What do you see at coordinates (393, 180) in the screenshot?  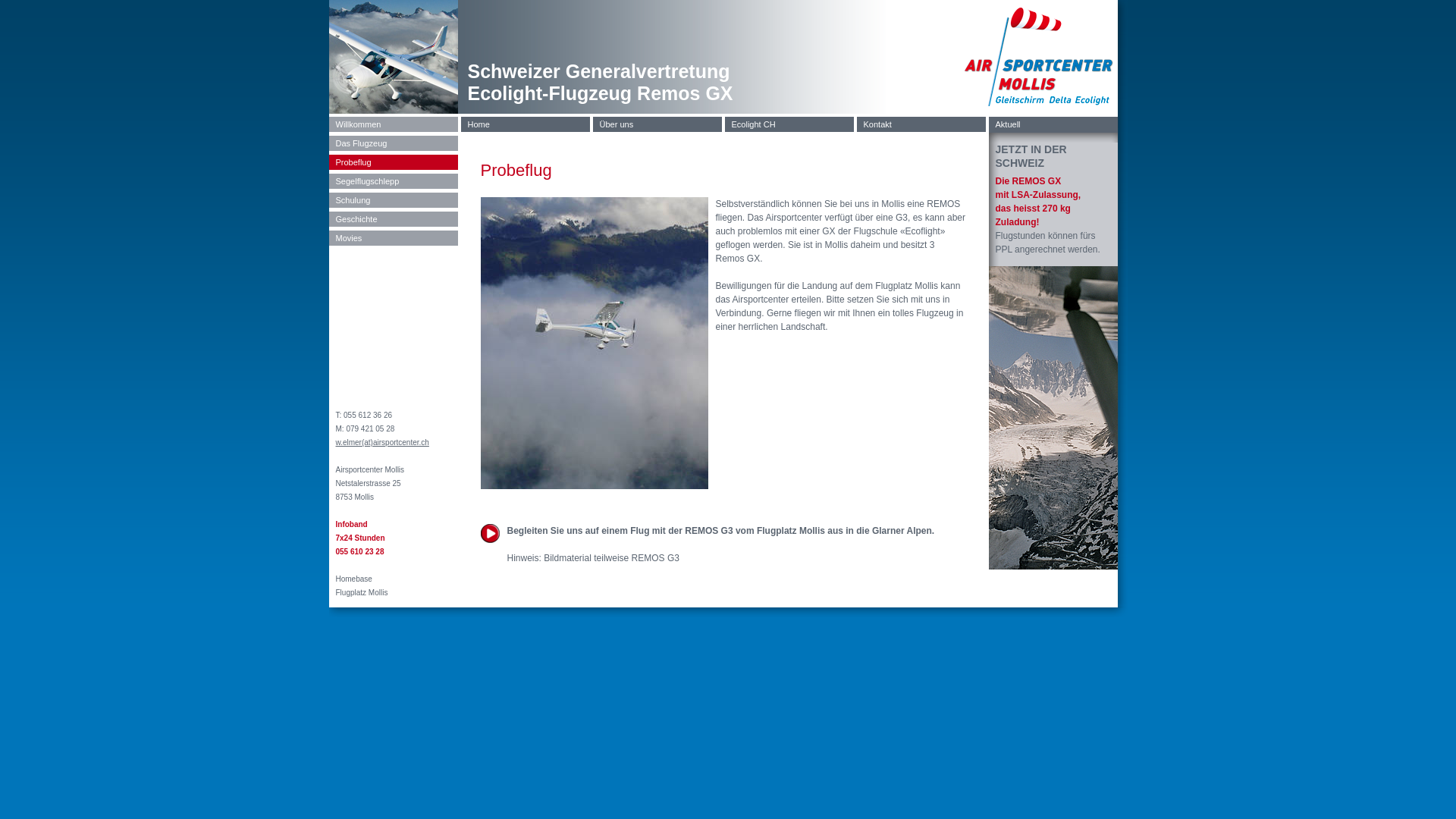 I see `'Segelflugschlepp'` at bounding box center [393, 180].